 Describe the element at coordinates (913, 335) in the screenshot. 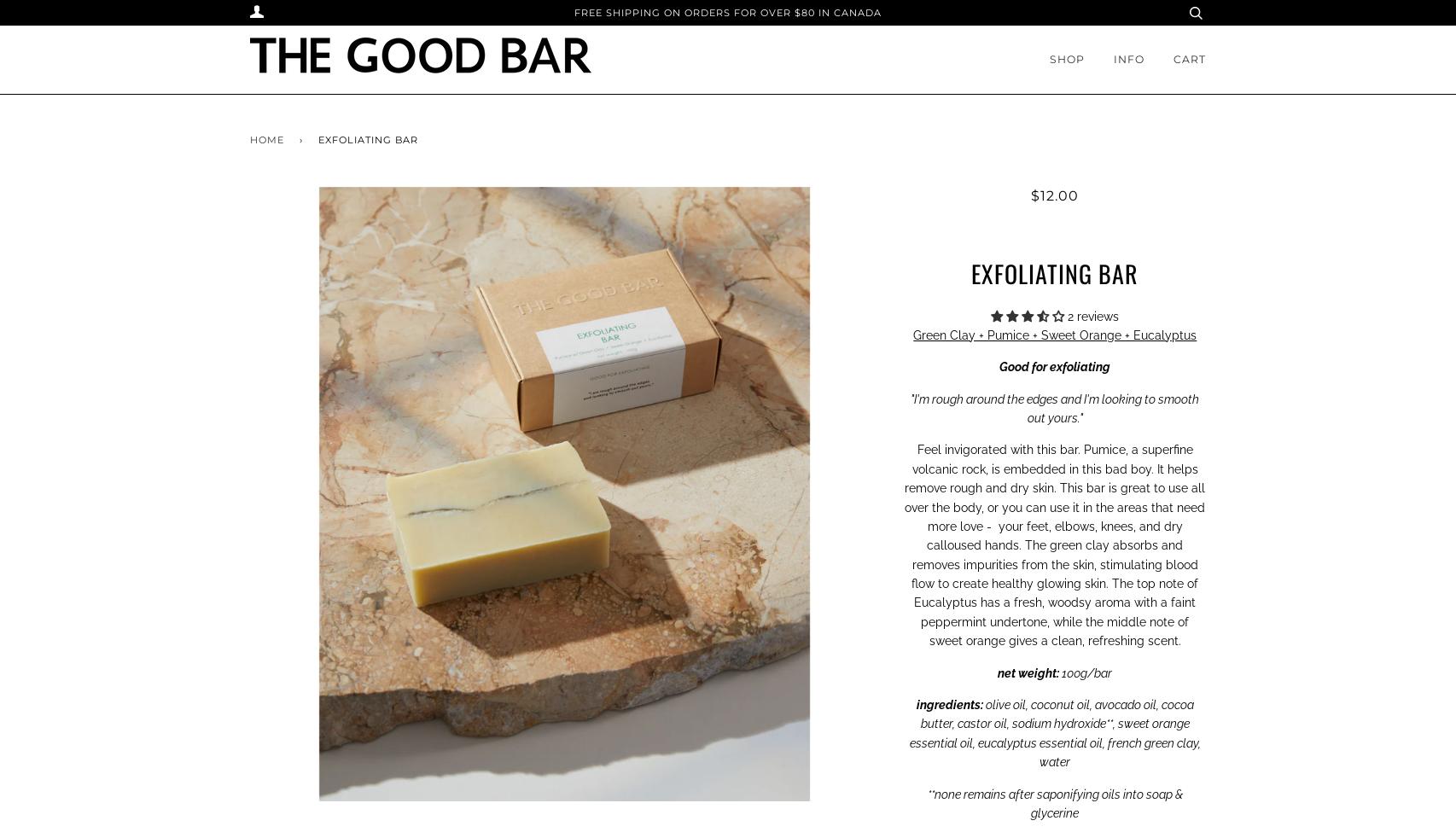

I see `'Green Clay + Pumice + Sweet Orange + Eucalyptus'` at that location.